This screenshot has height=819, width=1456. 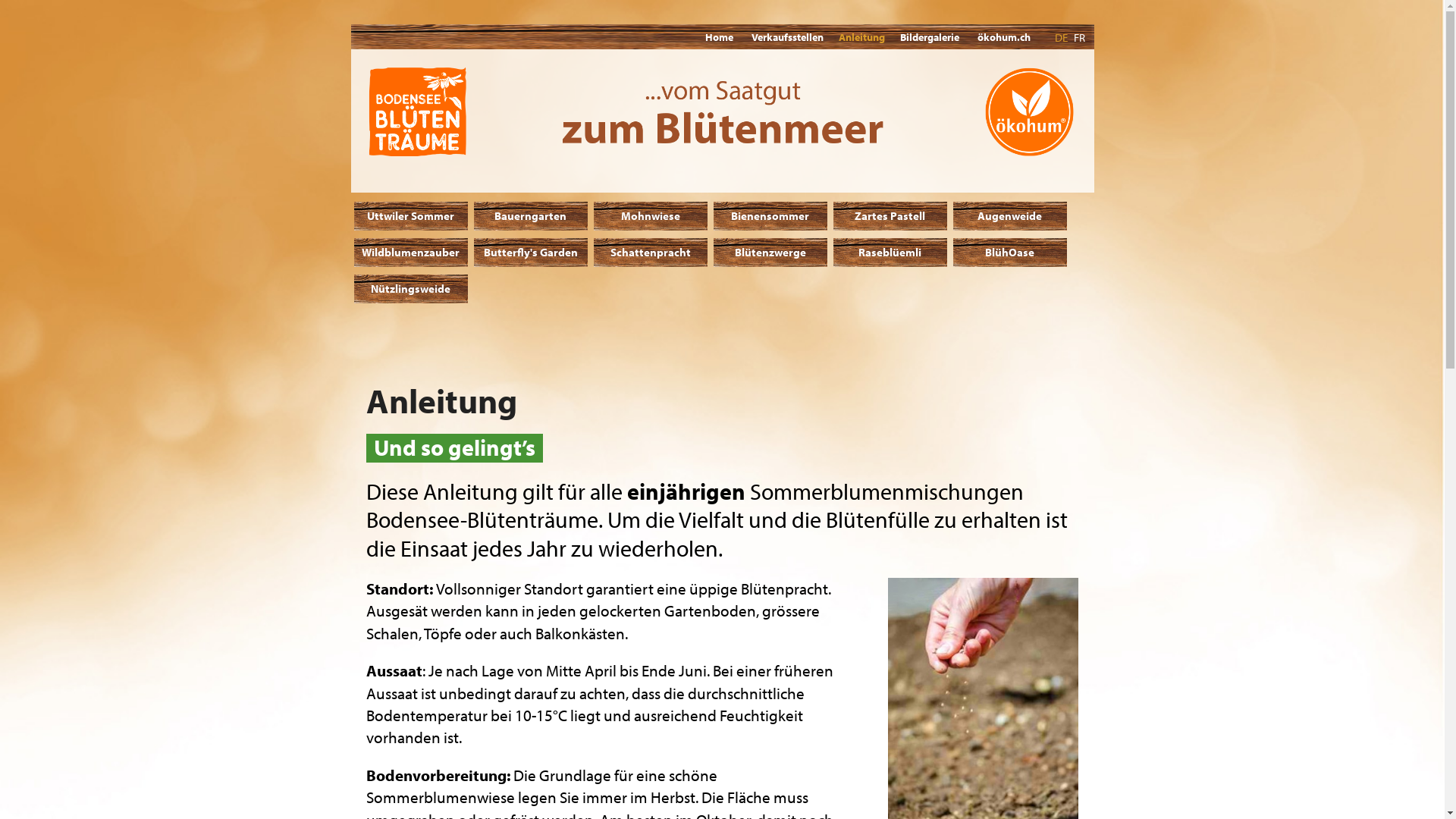 What do you see at coordinates (786, 37) in the screenshot?
I see `'Verkaufsstellen'` at bounding box center [786, 37].